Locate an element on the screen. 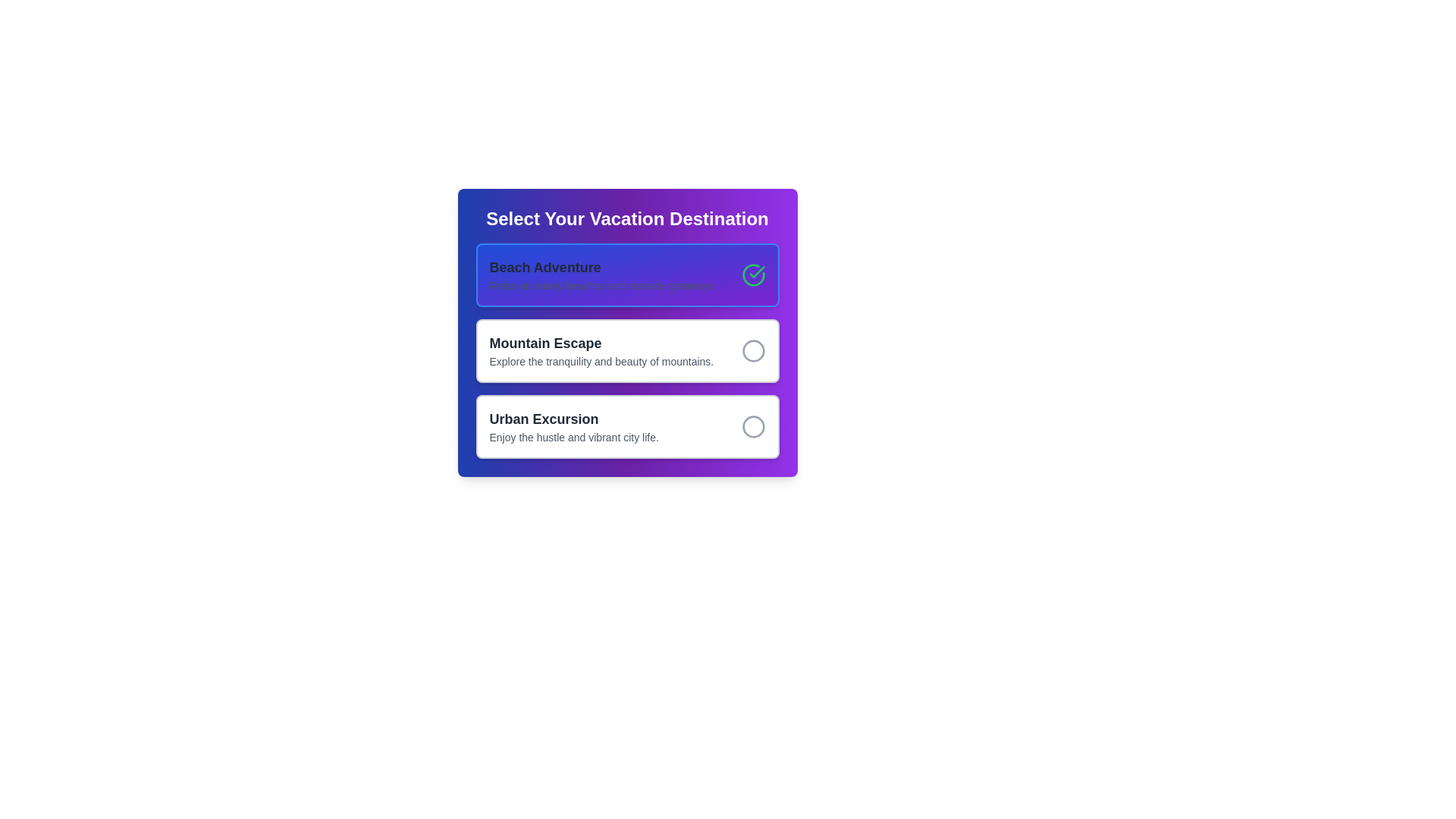 The image size is (1456, 819). descriptive text for the 'Mountain Escape' vacation option, which is the second item in the vertically organized selection menu is located at coordinates (601, 350).